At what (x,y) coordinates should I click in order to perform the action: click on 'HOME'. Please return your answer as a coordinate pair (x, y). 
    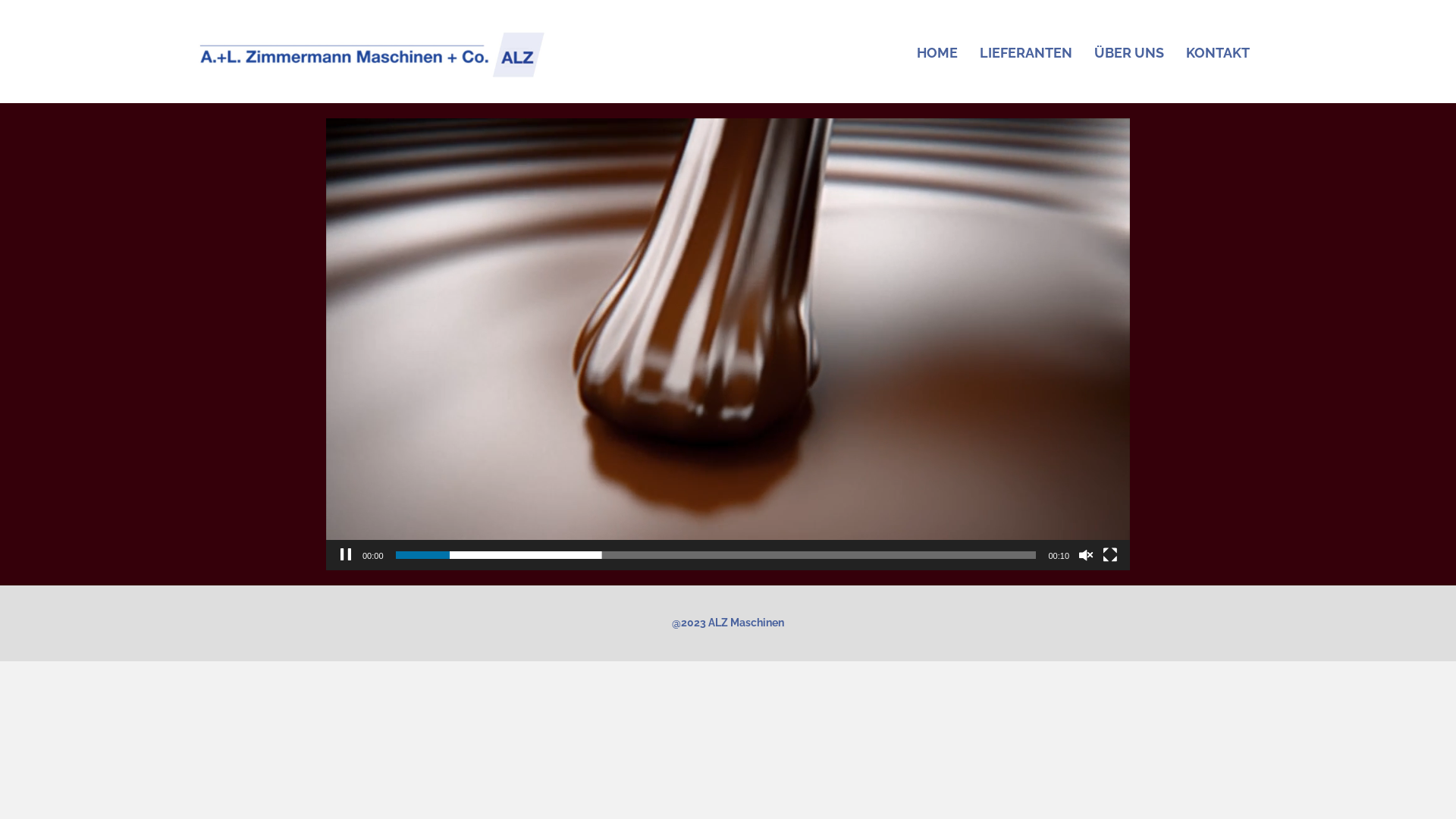
    Looking at the image, I should click on (937, 52).